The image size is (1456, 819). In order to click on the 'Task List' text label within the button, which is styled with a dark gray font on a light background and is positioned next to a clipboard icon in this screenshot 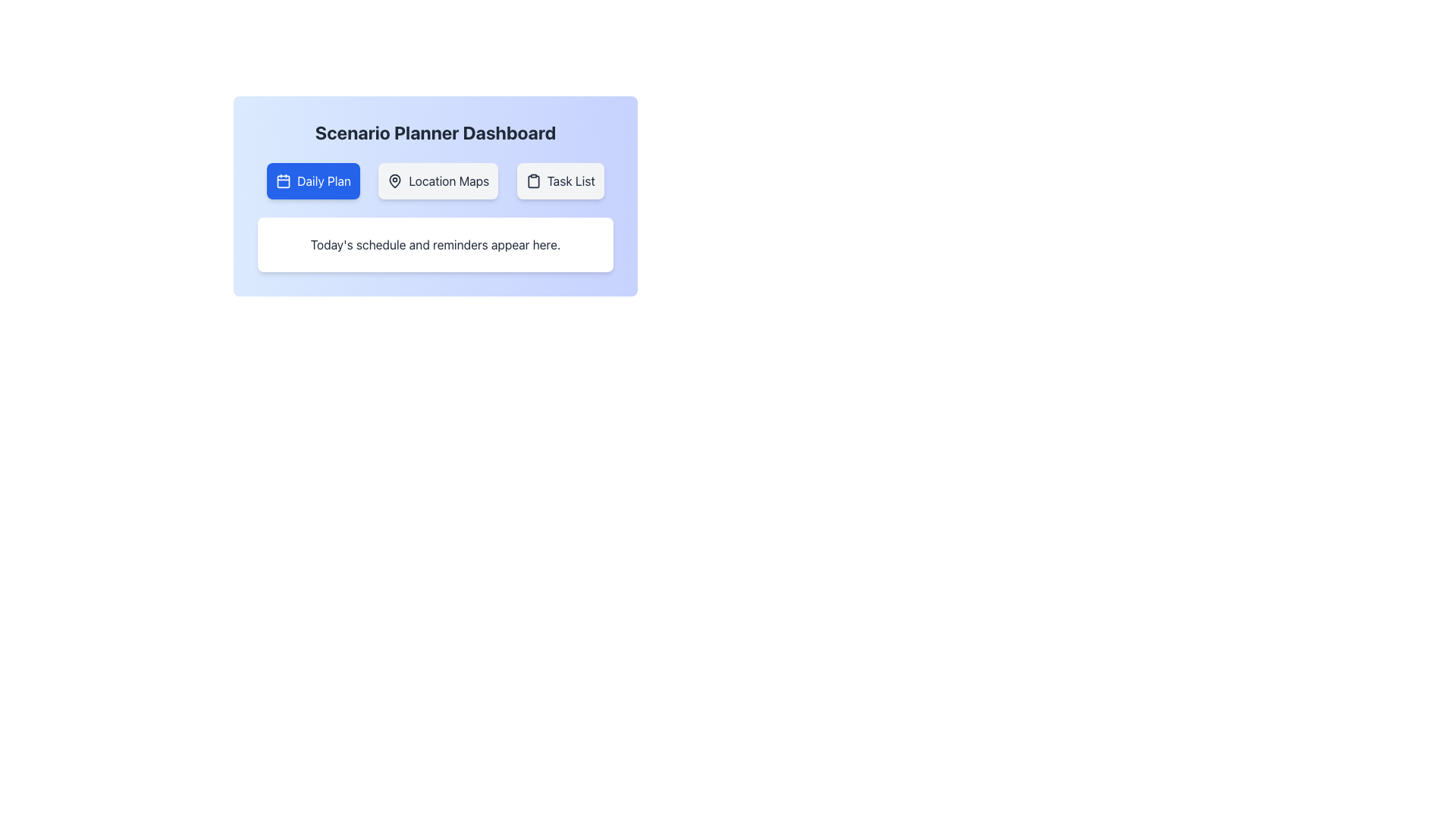, I will do `click(570, 180)`.